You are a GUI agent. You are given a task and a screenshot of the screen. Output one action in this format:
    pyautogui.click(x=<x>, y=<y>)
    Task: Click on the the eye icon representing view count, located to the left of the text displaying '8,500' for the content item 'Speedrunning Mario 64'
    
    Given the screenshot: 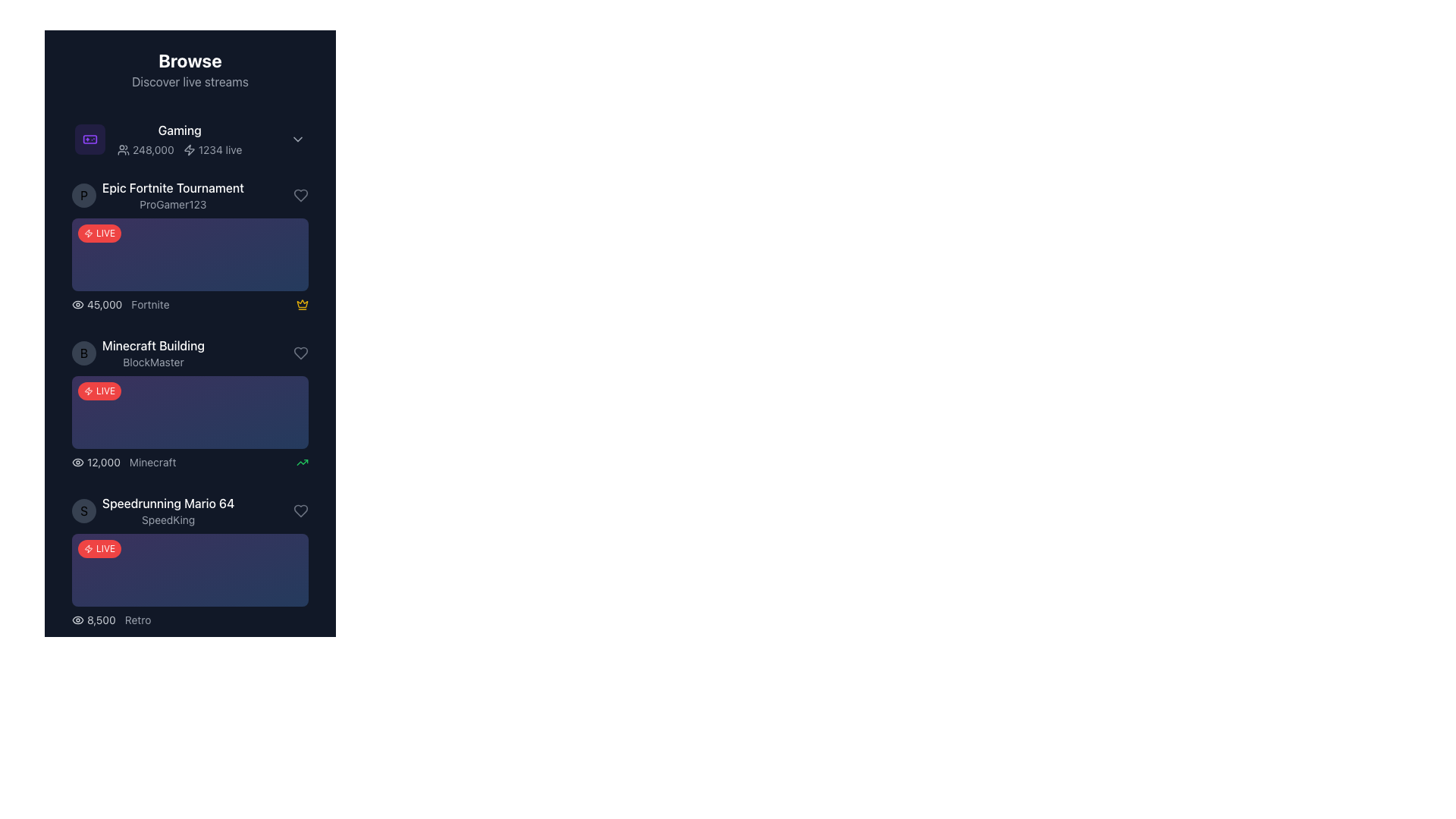 What is the action you would take?
    pyautogui.click(x=77, y=620)
    